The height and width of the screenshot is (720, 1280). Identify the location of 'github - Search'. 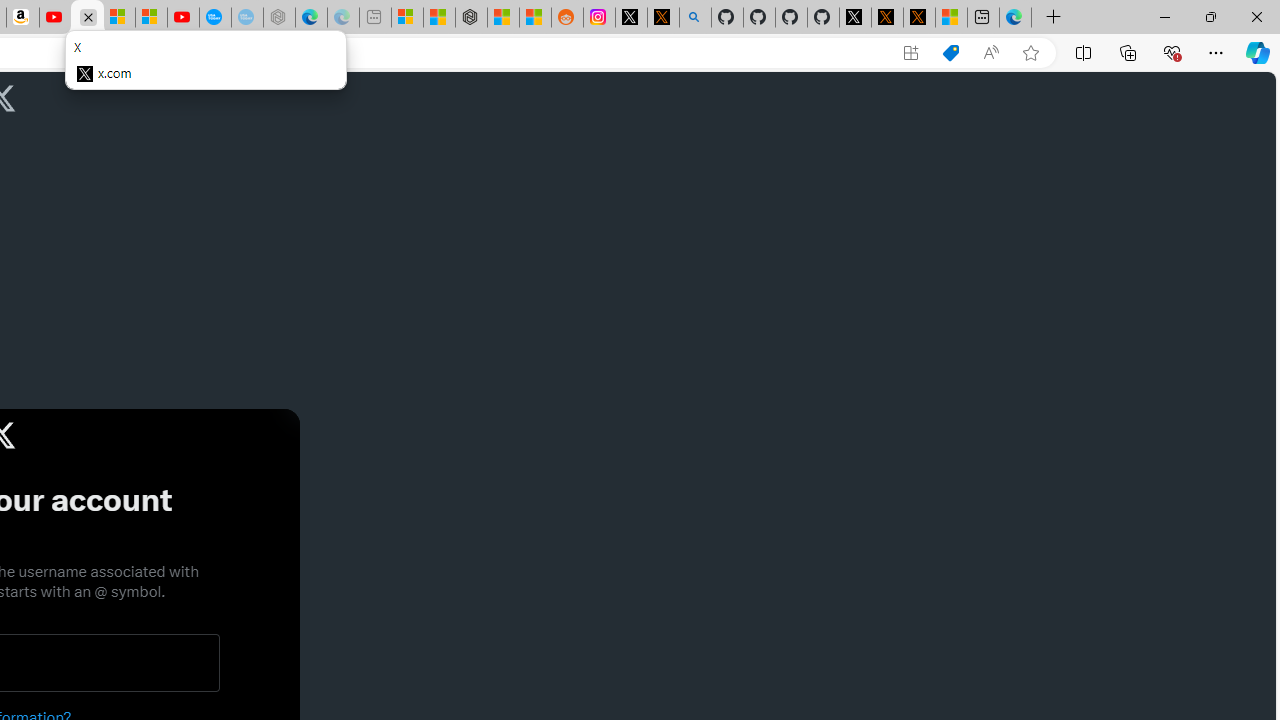
(695, 17).